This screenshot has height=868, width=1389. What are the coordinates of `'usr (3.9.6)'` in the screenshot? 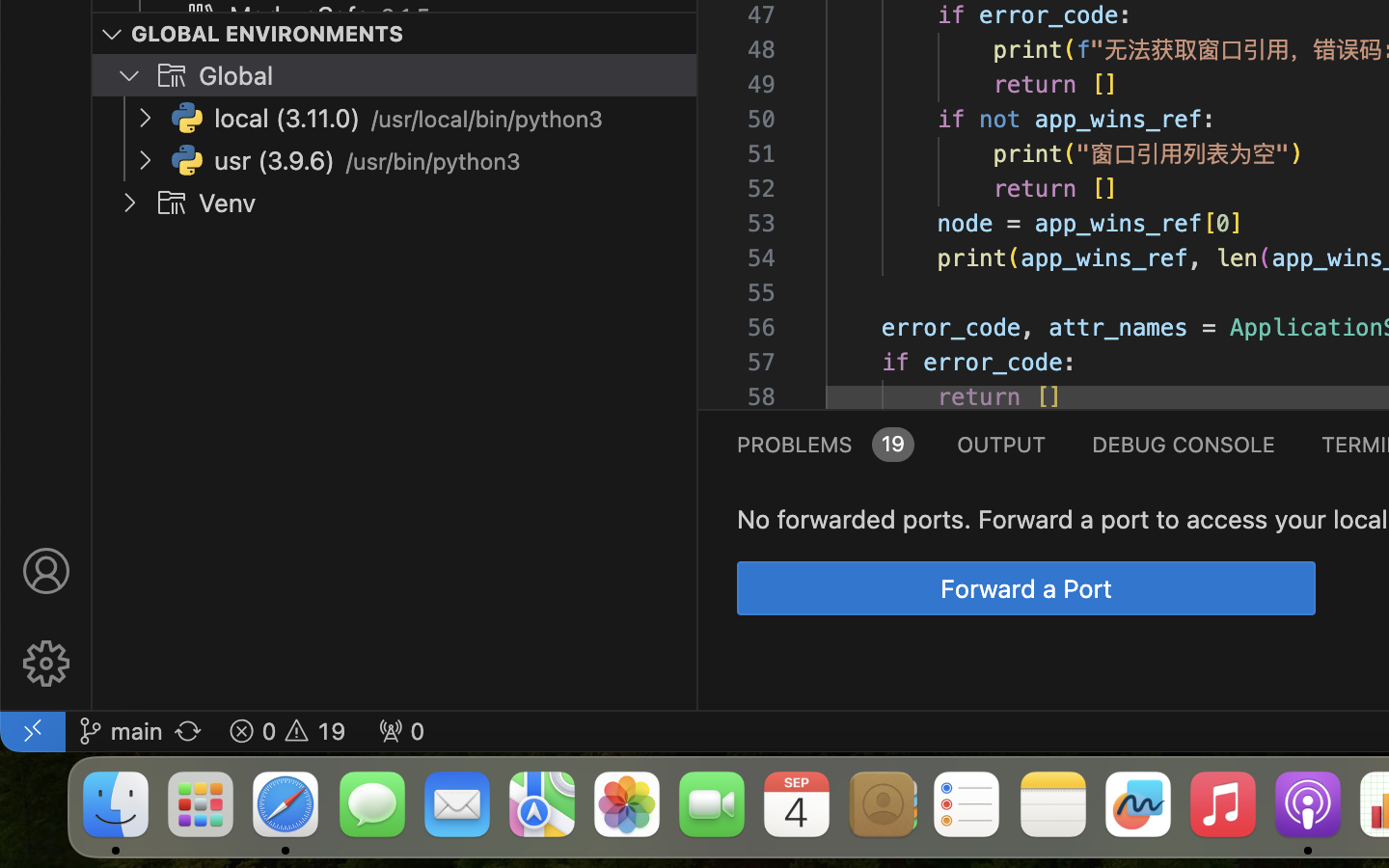 It's located at (273, 161).